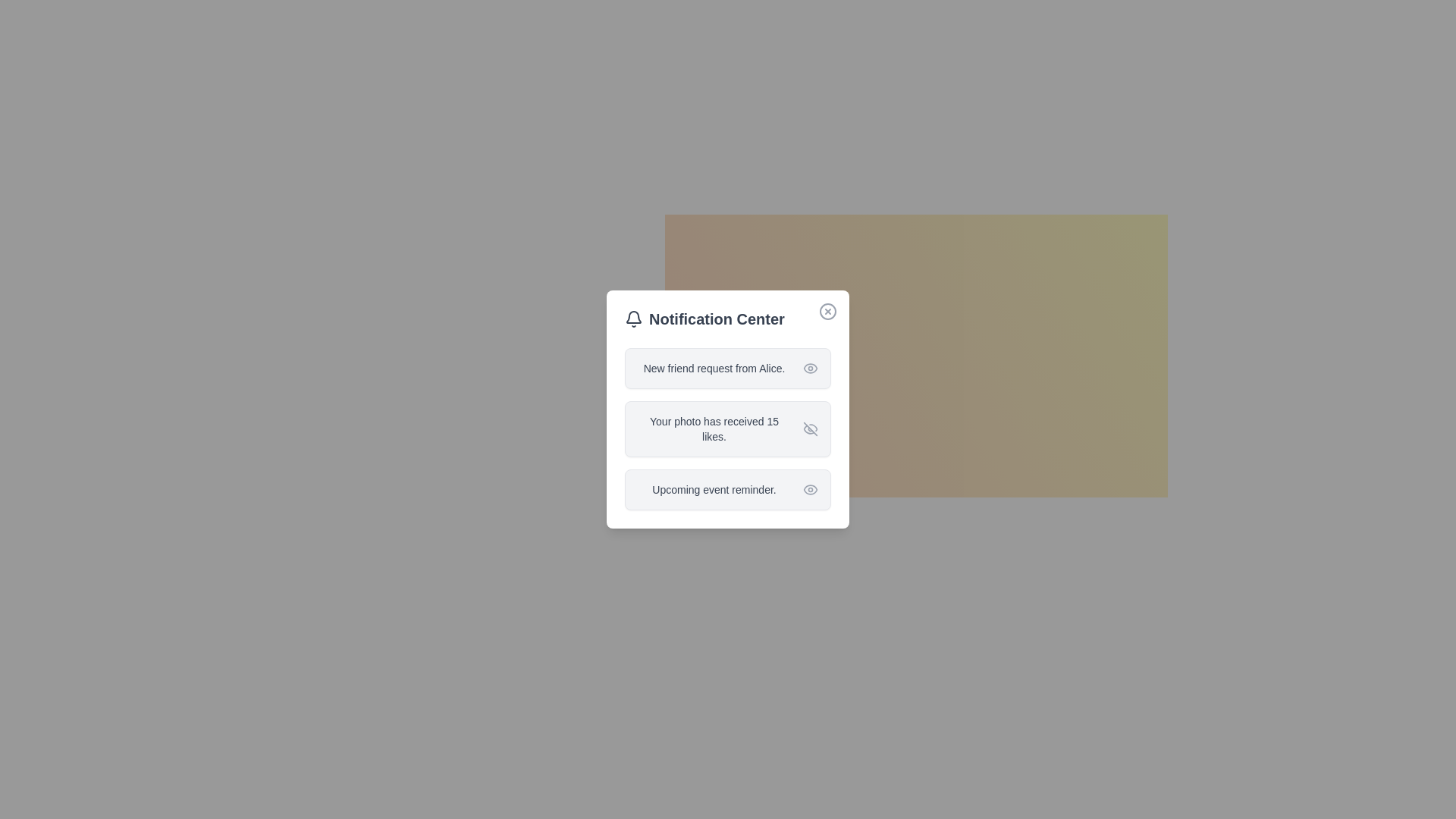 Image resolution: width=1456 pixels, height=819 pixels. What do you see at coordinates (713, 489) in the screenshot?
I see `the textual label displaying 'Upcoming event reminder.' which is located in the third entry of the Notification Center panel` at bounding box center [713, 489].